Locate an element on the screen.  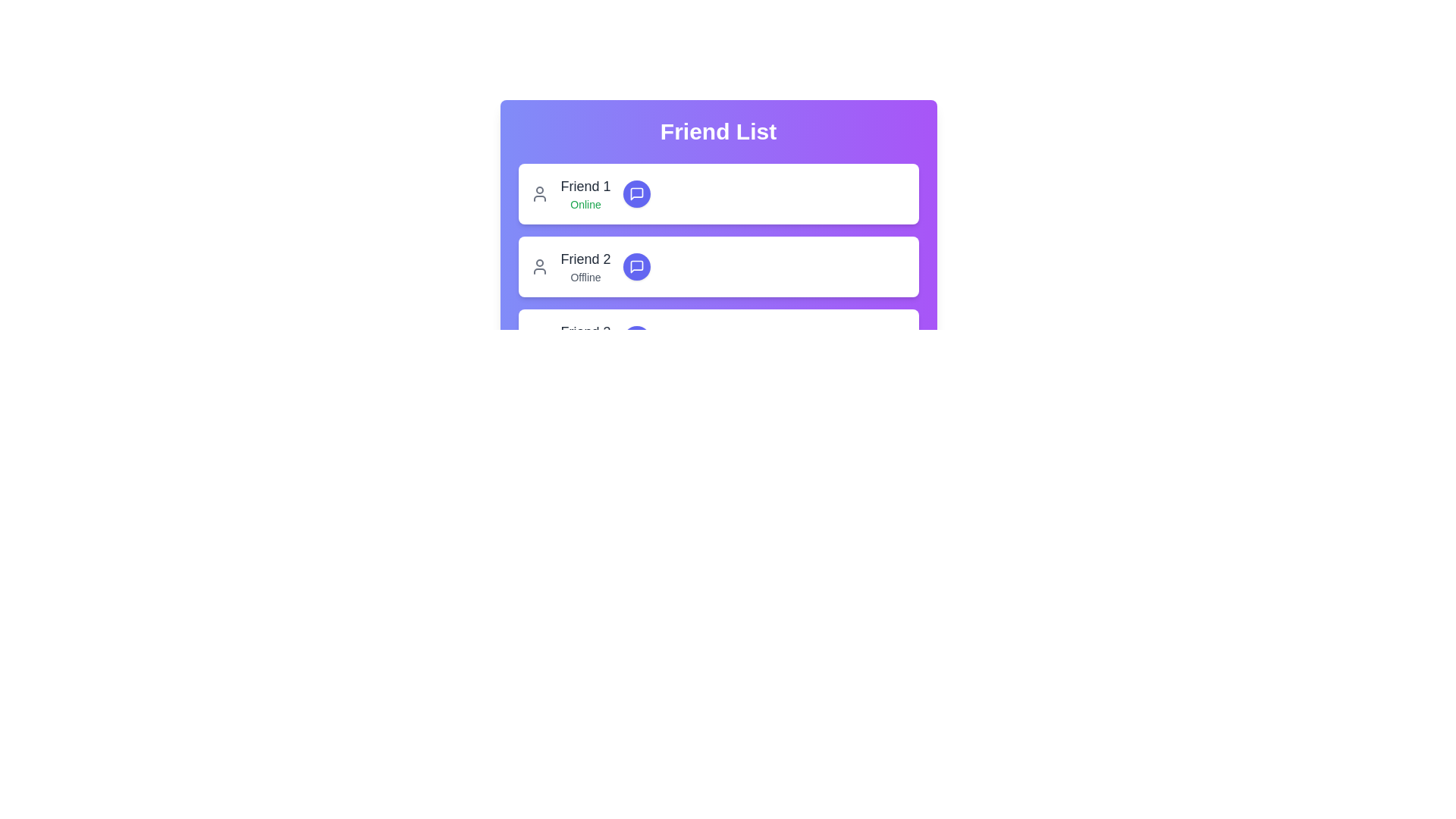
the button to initiate a messaging action with 'Friend 2' located at the far-right of the card in the 'Friend List' interface is located at coordinates (636, 265).